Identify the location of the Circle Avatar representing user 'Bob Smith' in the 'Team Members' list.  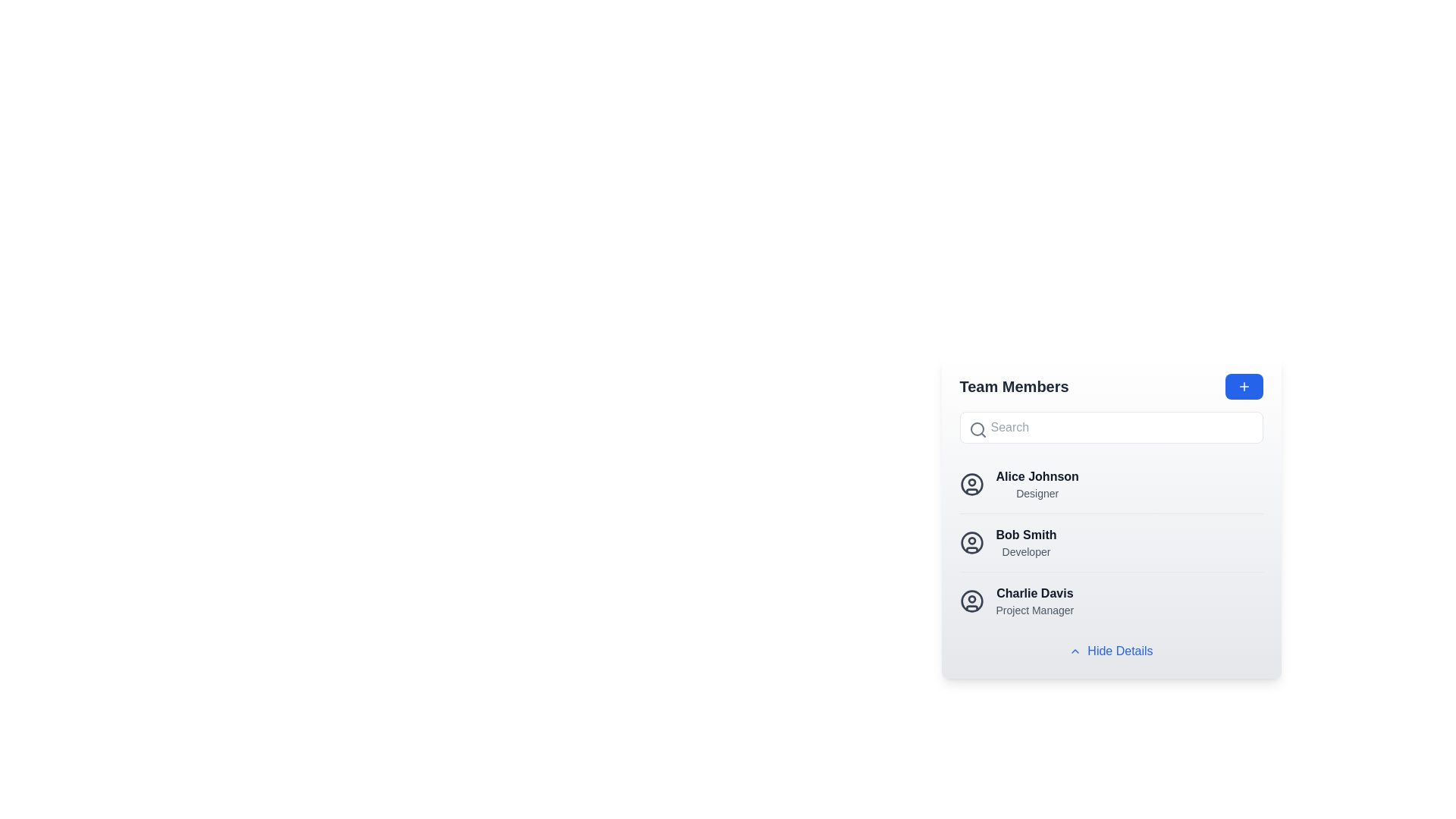
(971, 542).